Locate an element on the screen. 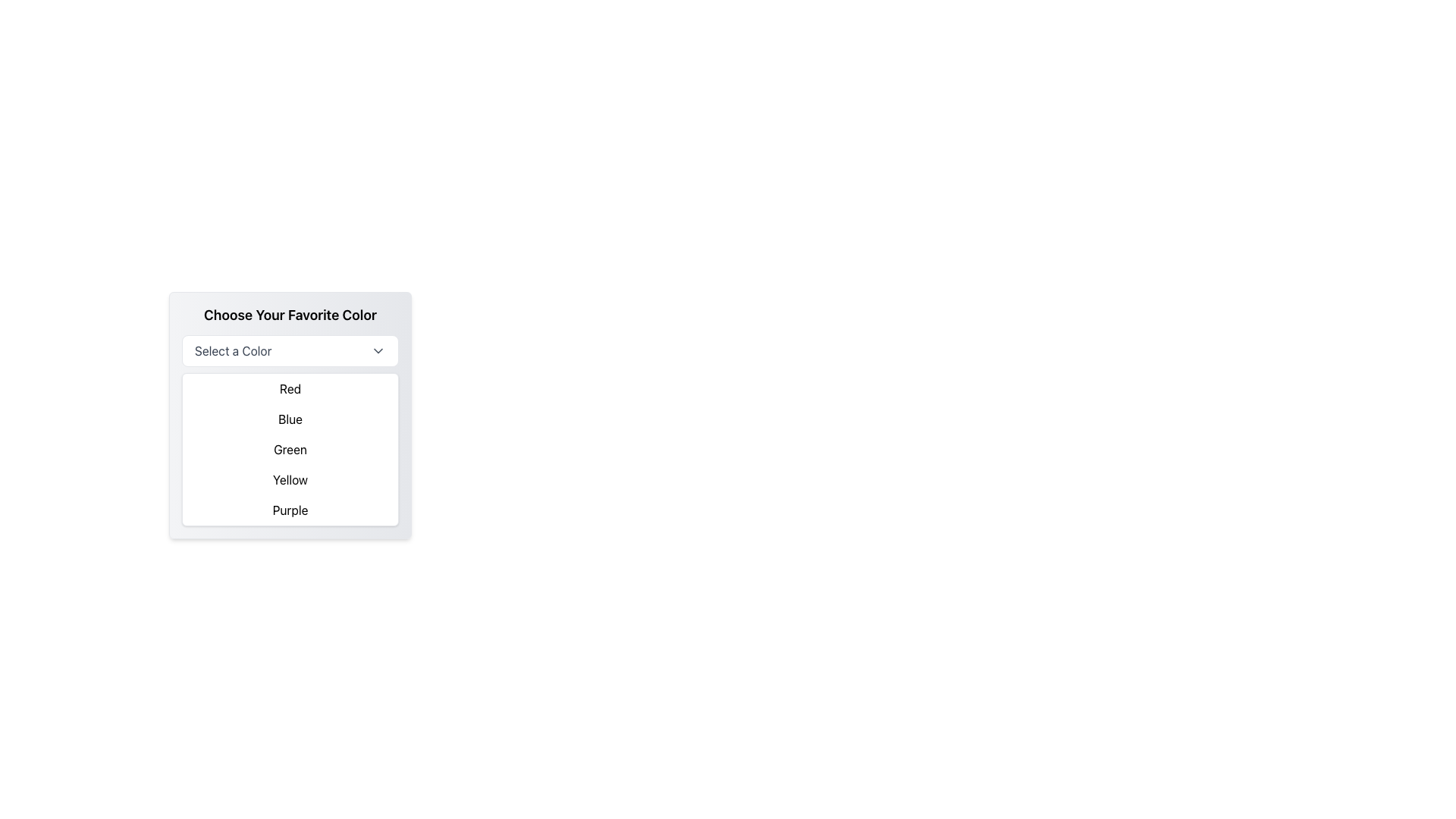 This screenshot has width=1456, height=819. the 'Green' option within the dropdown menu located under 'Choose Your Favorite Color', which is the third item in the list is located at coordinates (290, 449).